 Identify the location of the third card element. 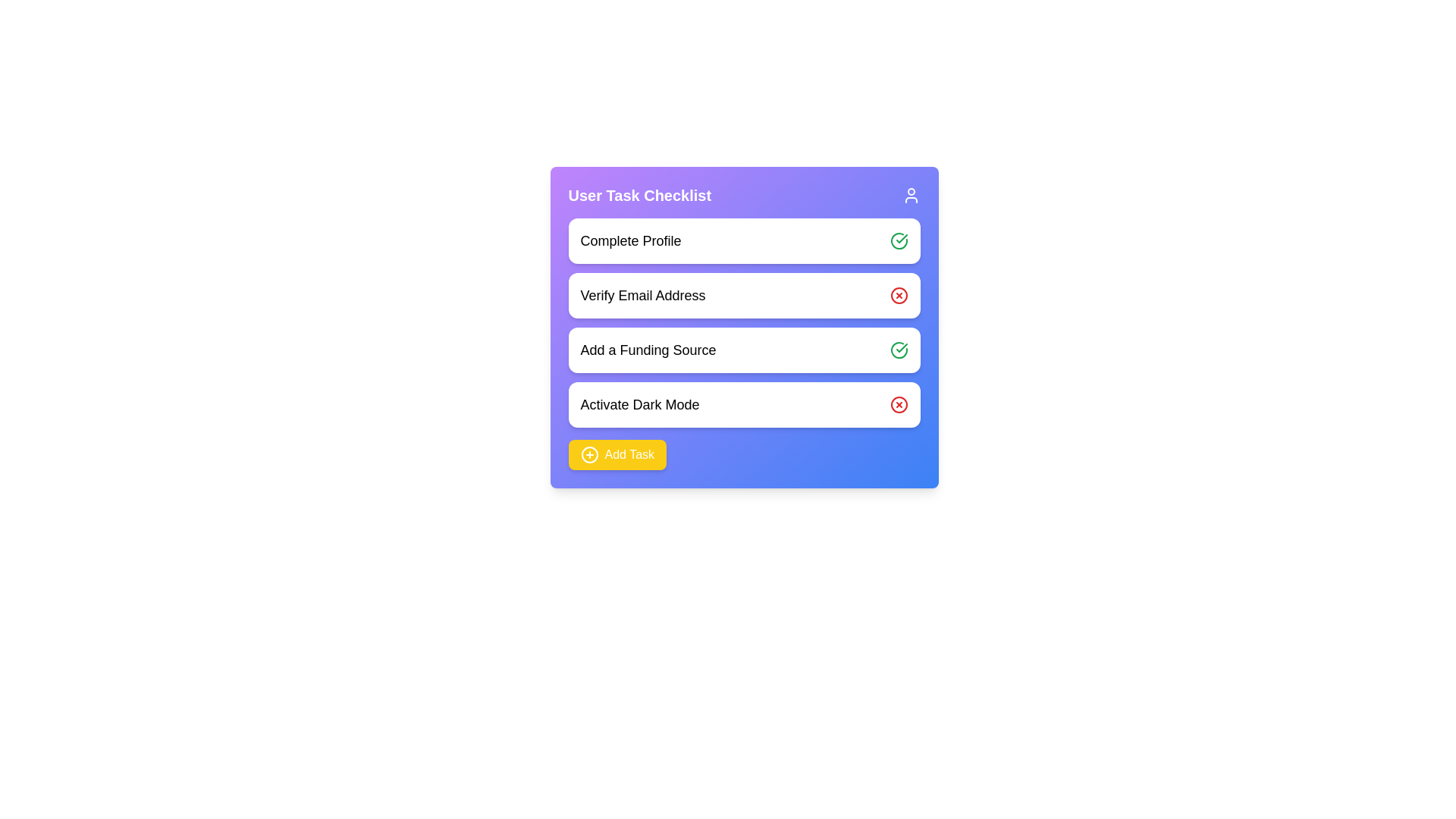
(744, 350).